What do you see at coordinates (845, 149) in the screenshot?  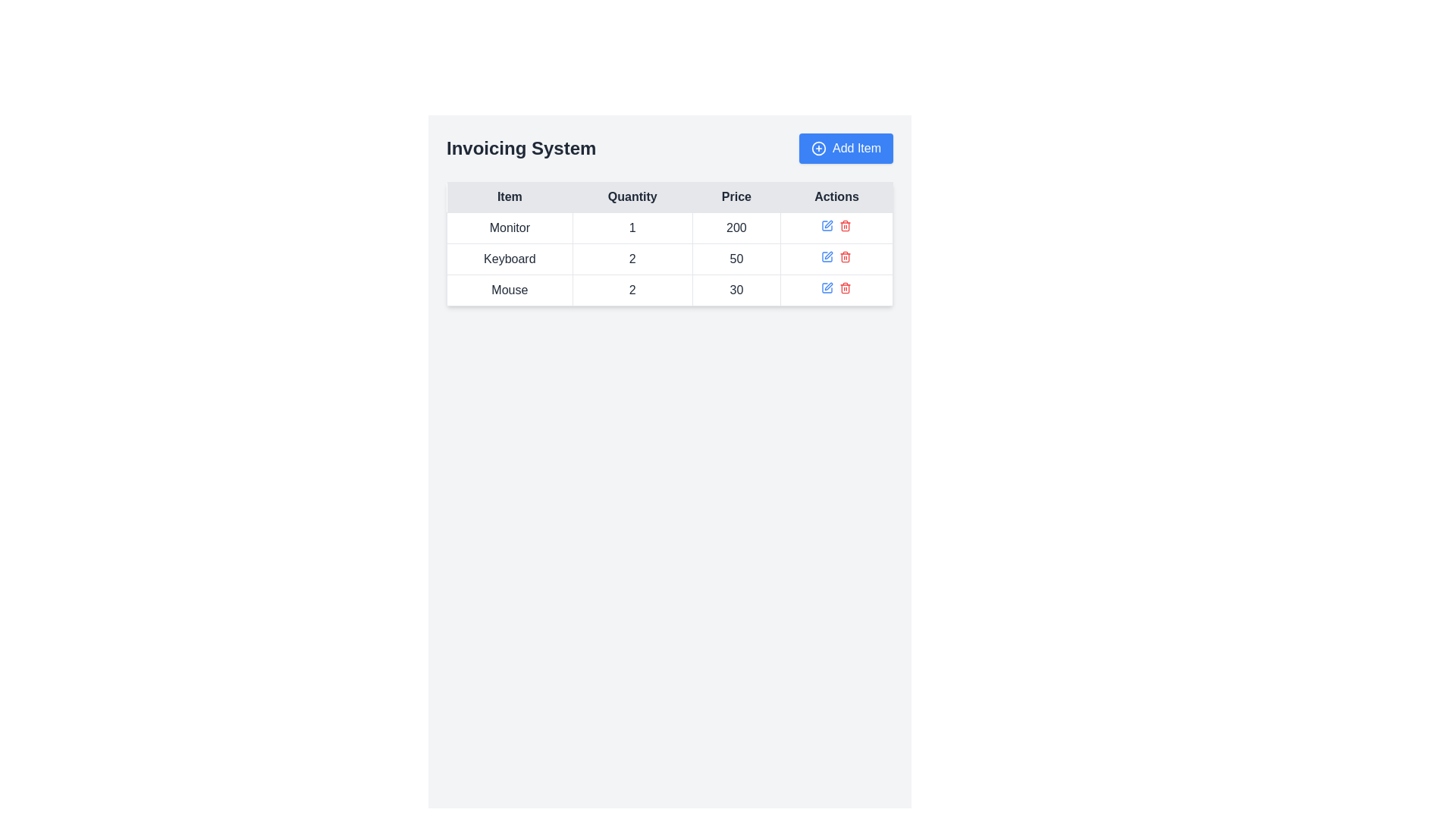 I see `the 'Add Item' button with a blue background and white text in the top-right corner of the 'Invoicing System' interface` at bounding box center [845, 149].